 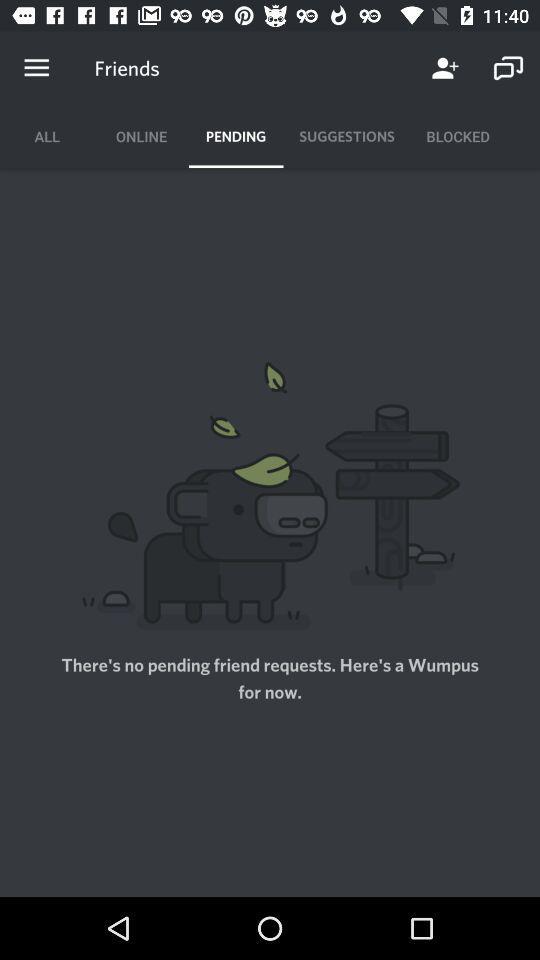 What do you see at coordinates (508, 68) in the screenshot?
I see `item above the blocked icon` at bounding box center [508, 68].